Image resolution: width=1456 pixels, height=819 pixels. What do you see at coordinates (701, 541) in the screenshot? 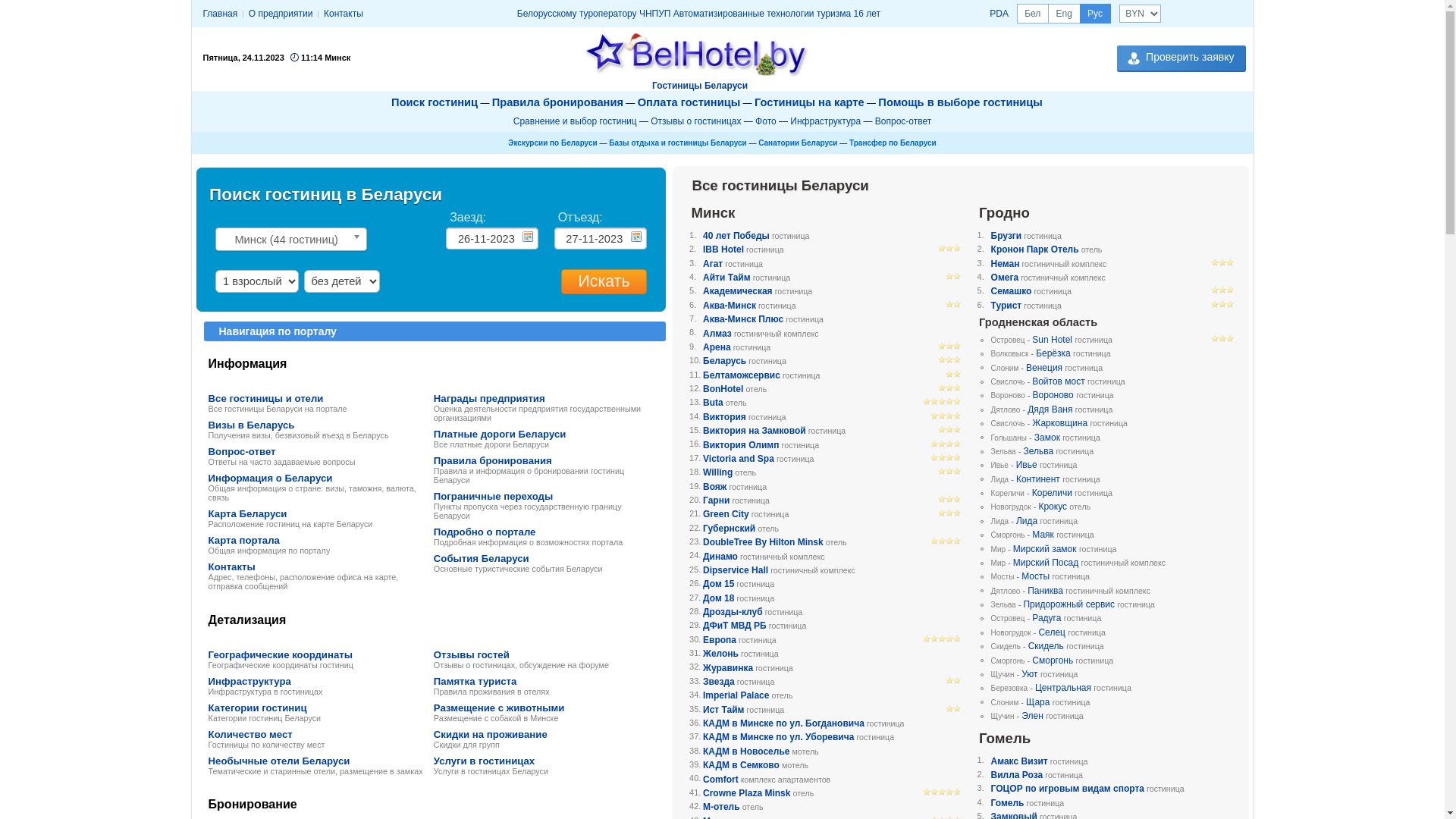
I see `'DoubleTree By Hilton Minsk'` at bounding box center [701, 541].